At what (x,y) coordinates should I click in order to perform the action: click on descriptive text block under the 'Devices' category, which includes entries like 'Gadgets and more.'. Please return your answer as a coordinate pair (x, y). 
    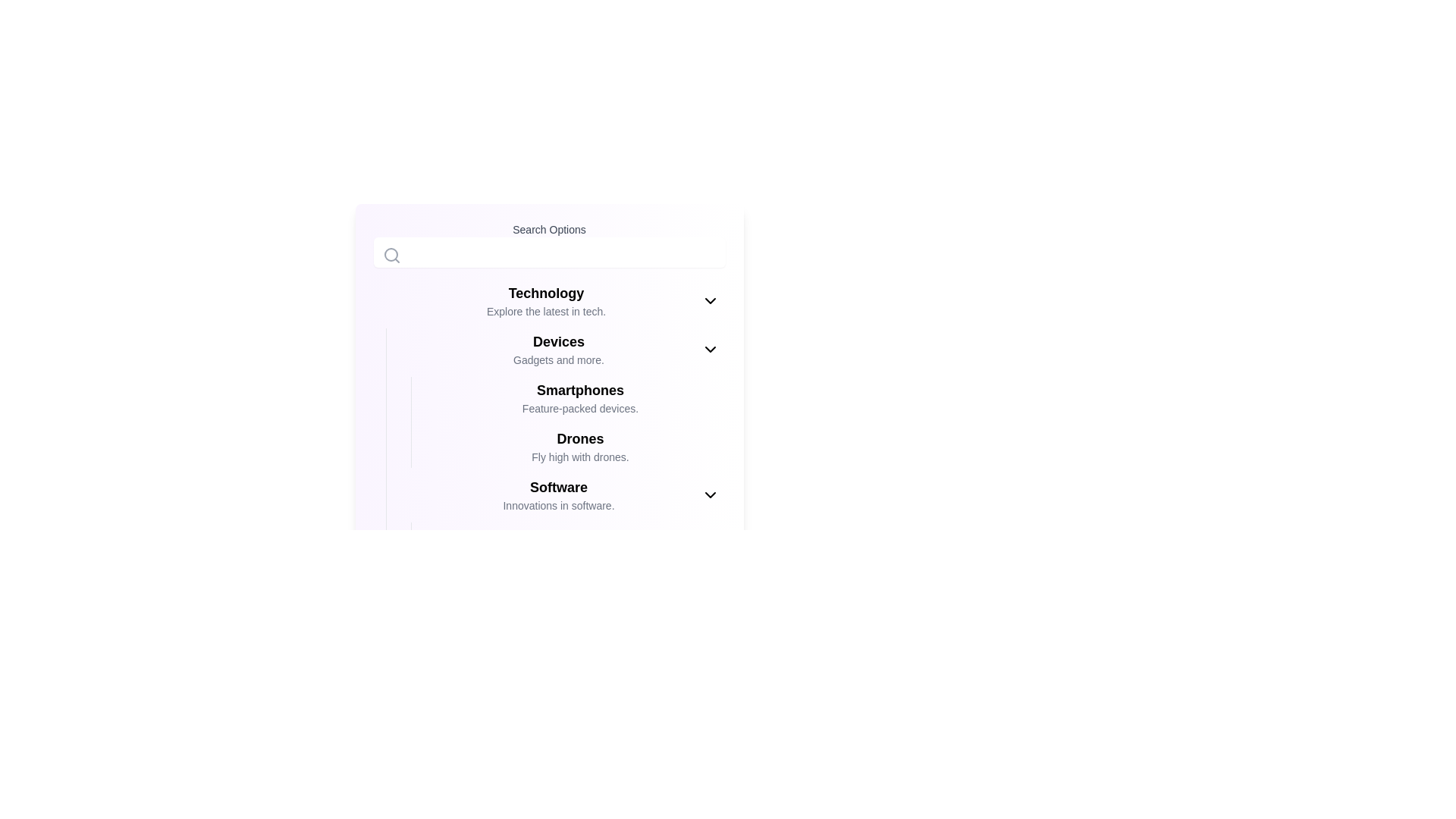
    Looking at the image, I should click on (548, 357).